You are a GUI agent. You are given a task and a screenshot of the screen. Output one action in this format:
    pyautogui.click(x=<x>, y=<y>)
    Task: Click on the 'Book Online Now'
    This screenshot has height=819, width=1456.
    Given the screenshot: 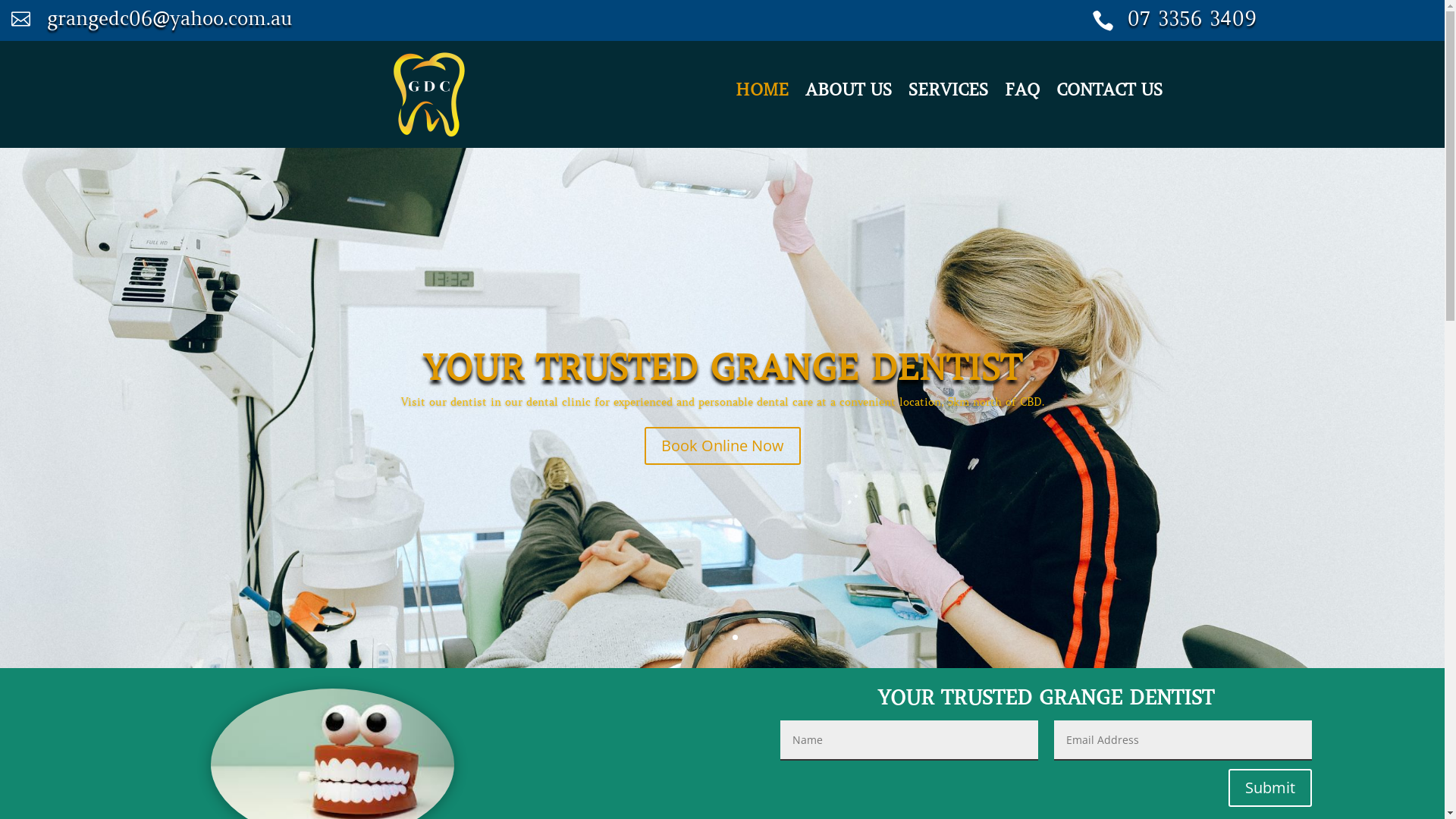 What is the action you would take?
    pyautogui.click(x=722, y=444)
    